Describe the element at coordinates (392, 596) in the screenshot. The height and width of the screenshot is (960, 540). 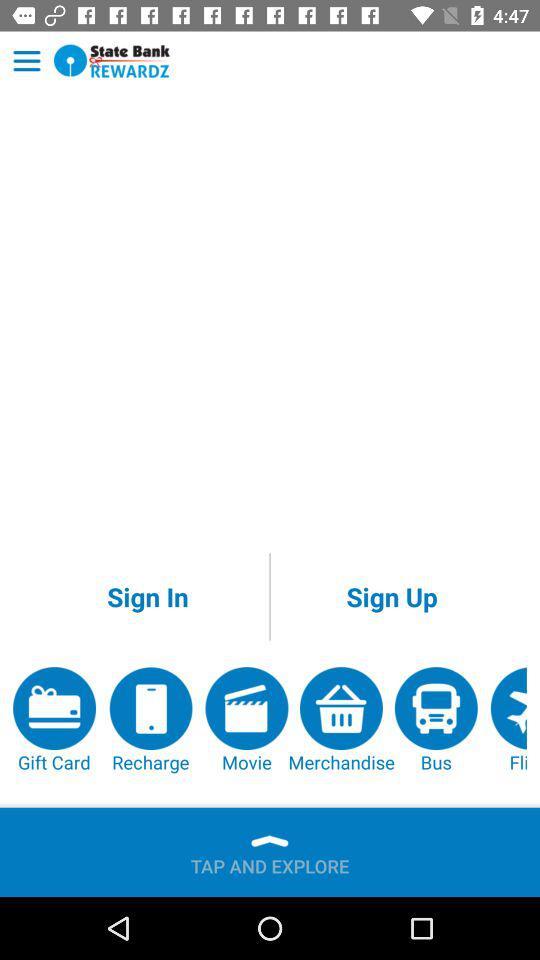
I see `item on the right` at that location.